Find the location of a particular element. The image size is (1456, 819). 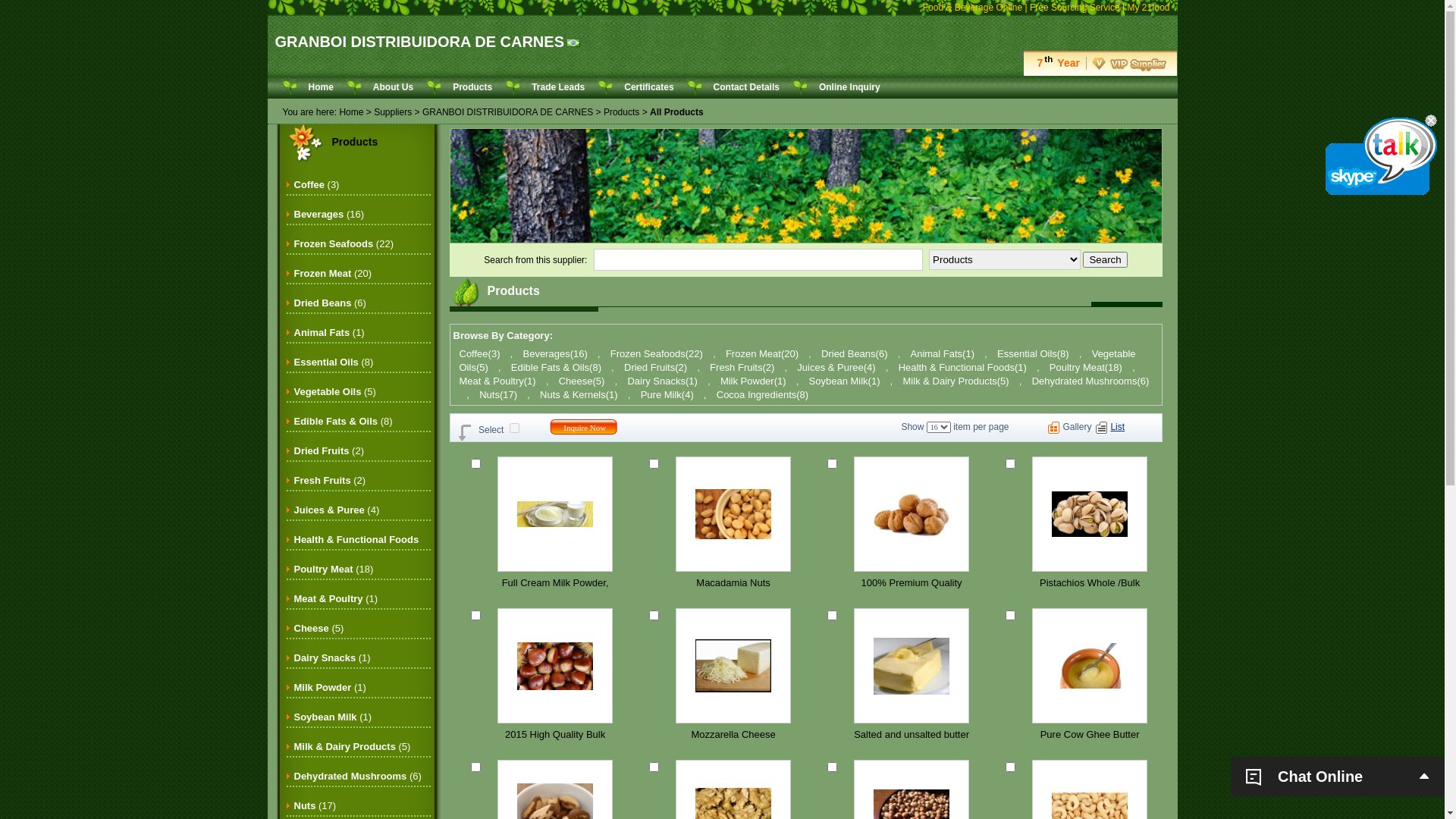

'Milk Powder (1)' is located at coordinates (329, 687).